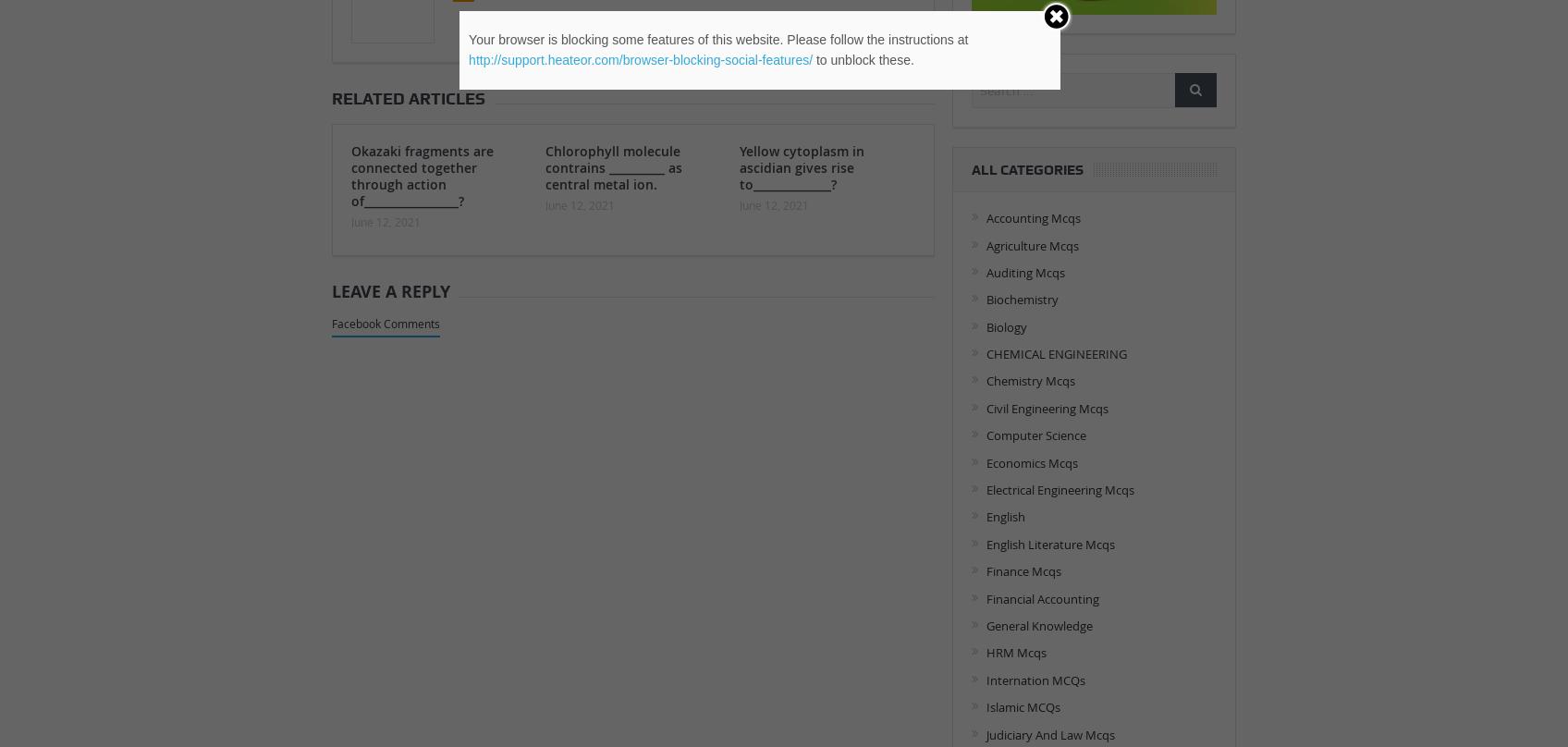  I want to click on 'Islamic MCQs', so click(1022, 706).